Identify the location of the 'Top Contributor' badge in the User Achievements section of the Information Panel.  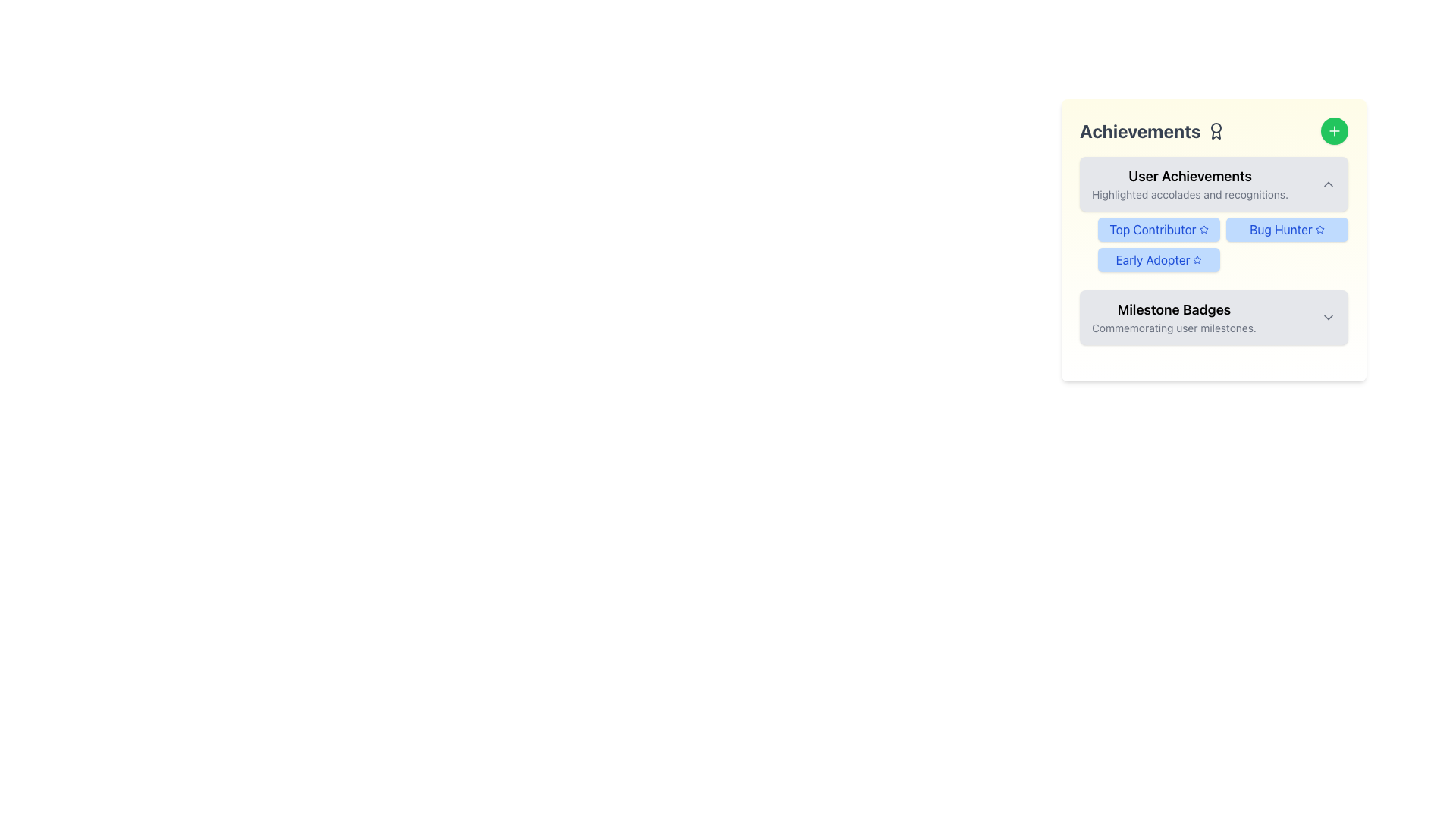
(1214, 214).